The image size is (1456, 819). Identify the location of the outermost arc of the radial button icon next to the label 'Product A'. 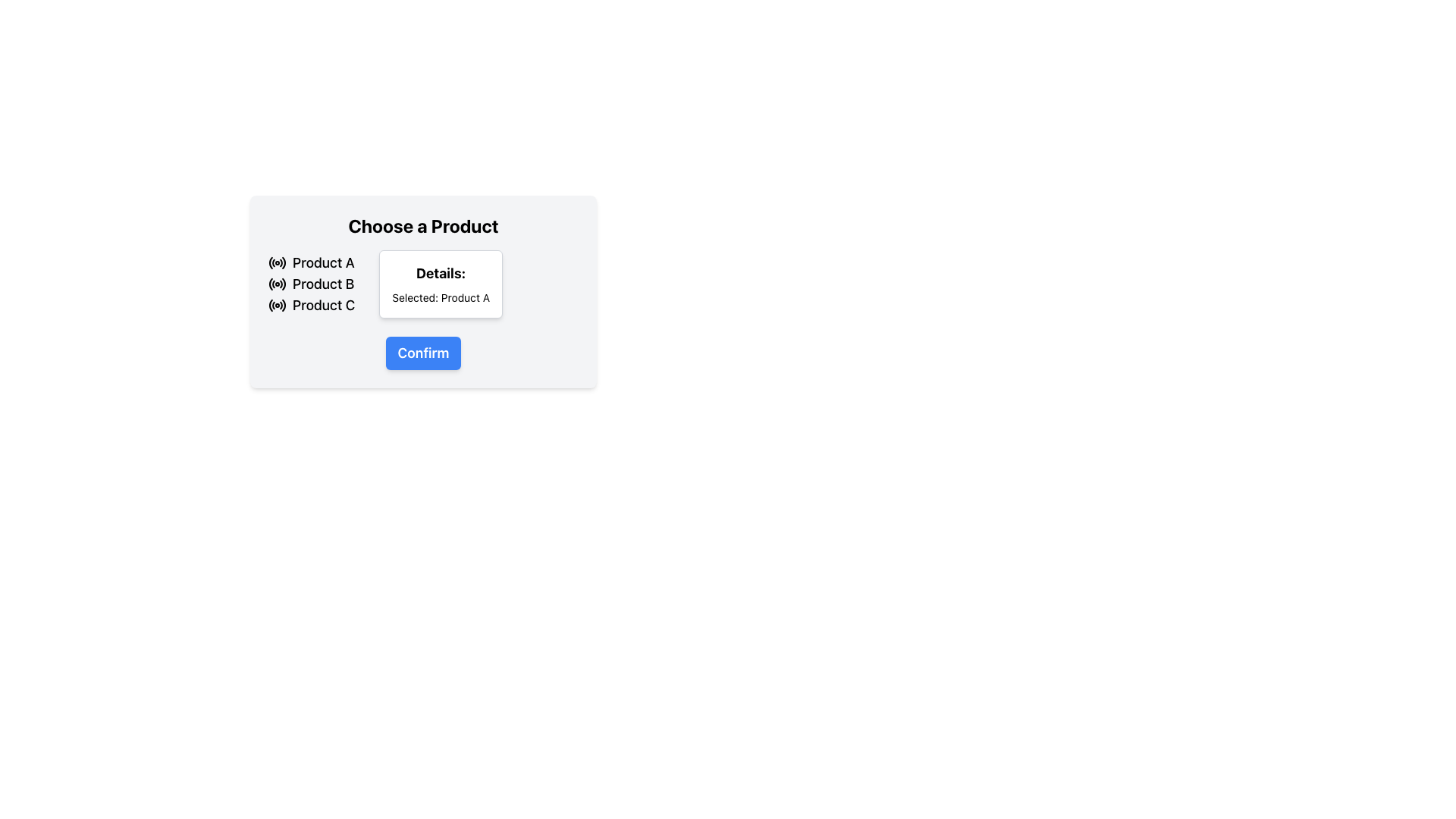
(284, 262).